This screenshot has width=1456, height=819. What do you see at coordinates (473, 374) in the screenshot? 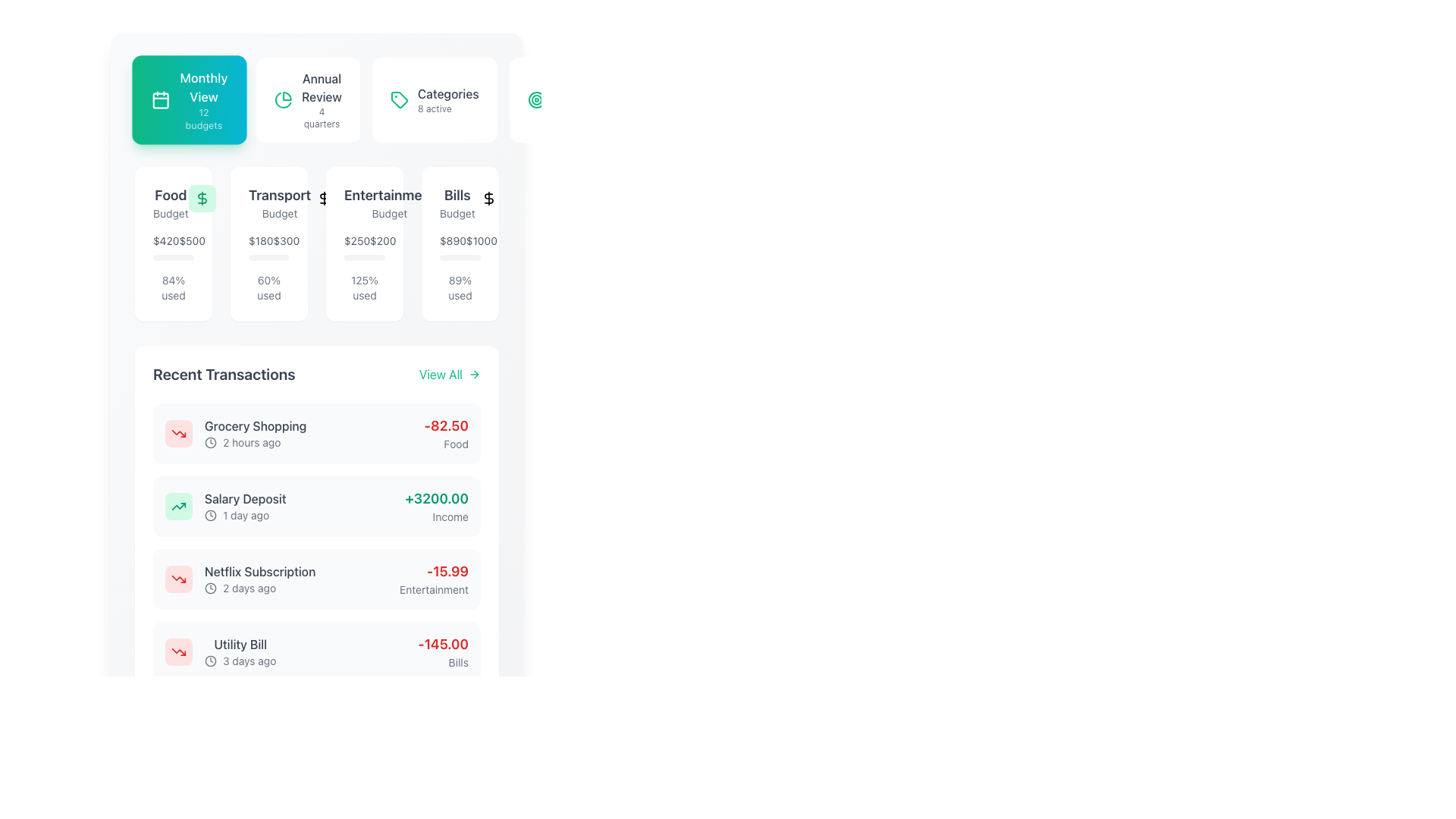
I see `the rightward-pointing arrow icon outlined with a green stroke, located immediately to the right of the 'View All' label` at bounding box center [473, 374].